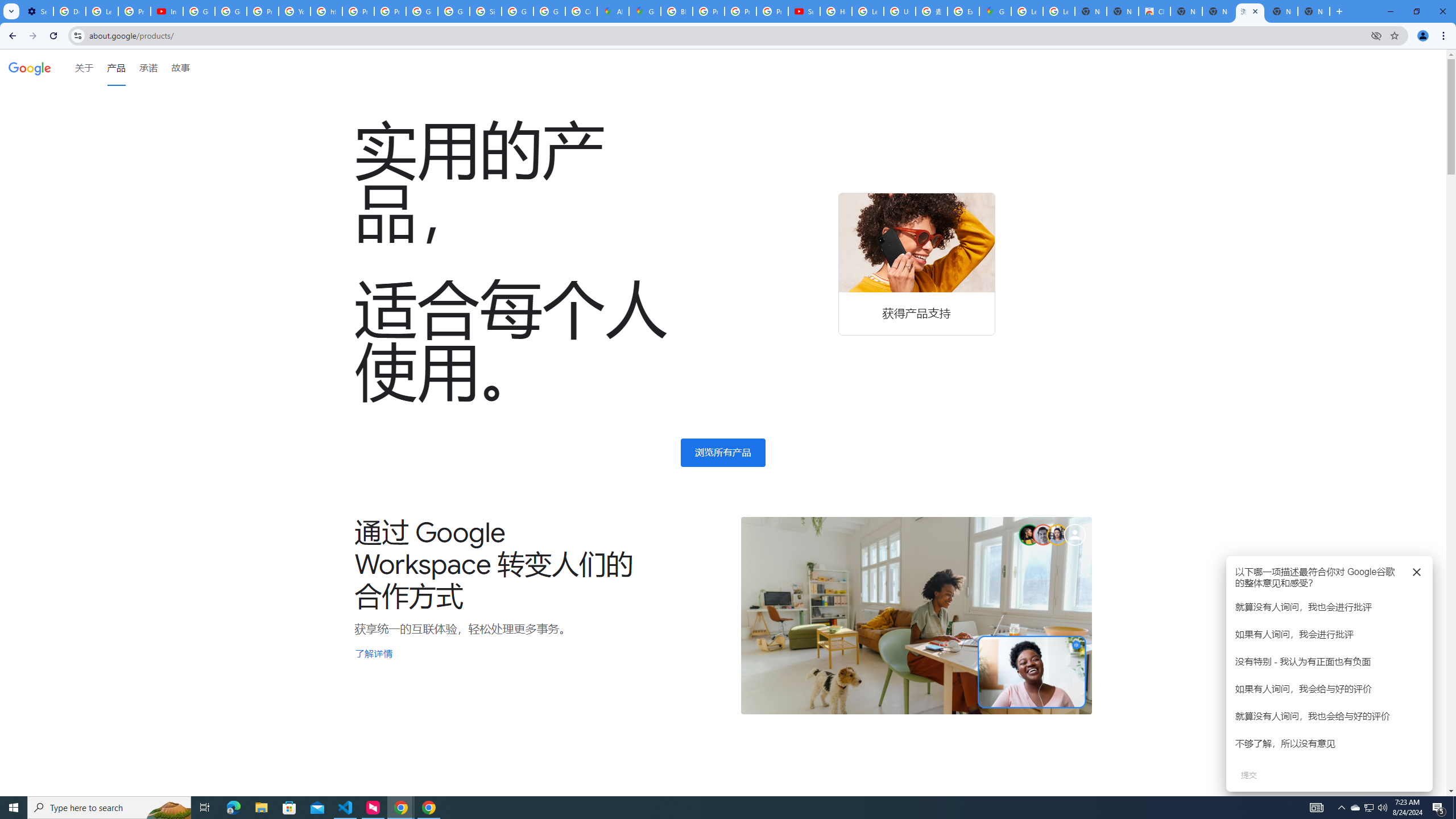 Image resolution: width=1456 pixels, height=819 pixels. Describe the element at coordinates (167, 11) in the screenshot. I see `'Introduction | Google Privacy Policy - YouTube'` at that location.